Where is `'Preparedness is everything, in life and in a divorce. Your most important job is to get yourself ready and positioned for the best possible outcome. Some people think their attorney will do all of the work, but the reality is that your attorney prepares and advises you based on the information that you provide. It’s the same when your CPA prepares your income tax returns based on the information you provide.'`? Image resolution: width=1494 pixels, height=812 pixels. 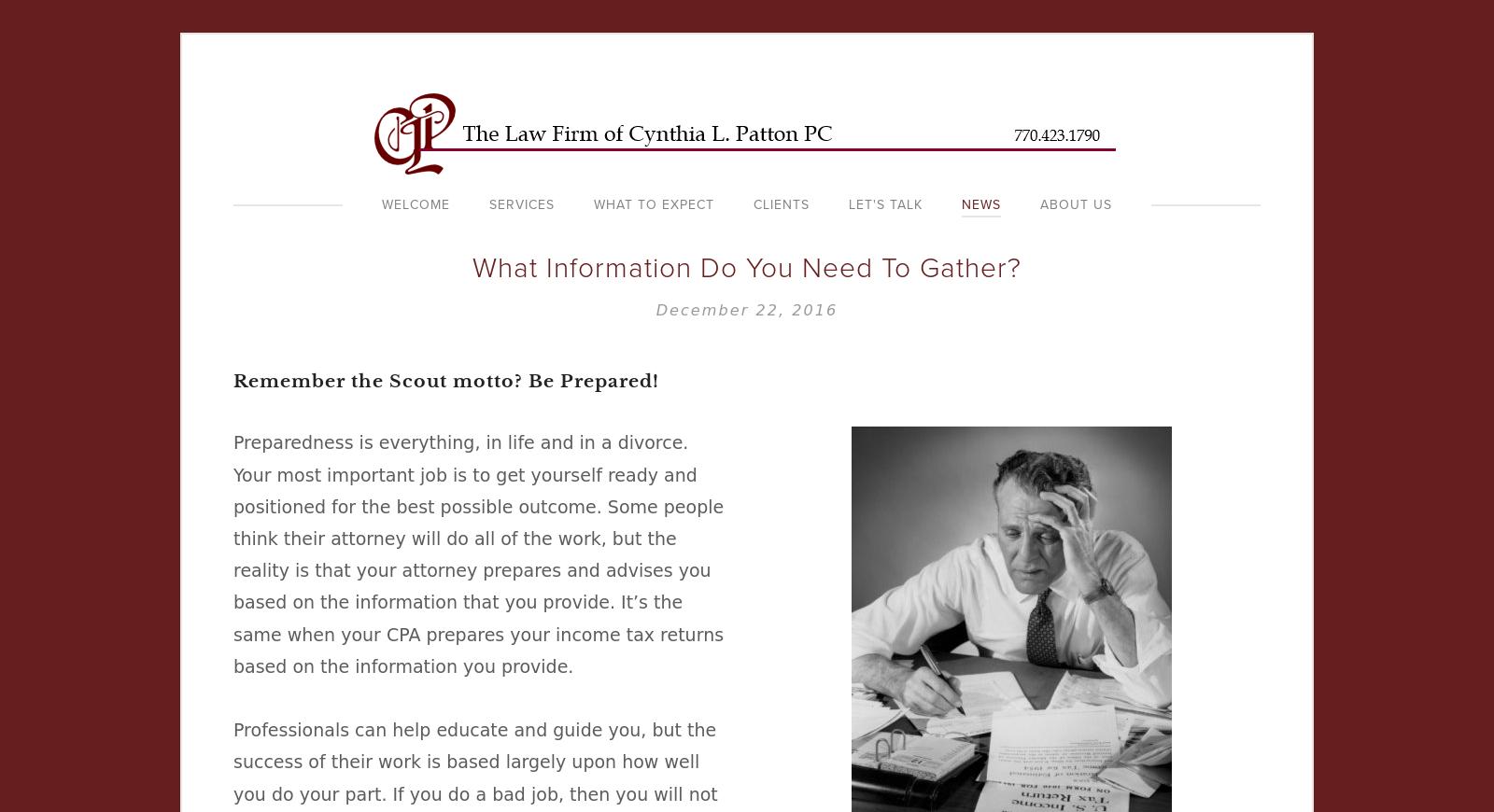
'Preparedness is everything, in life and in a divorce. Your most important job is to get yourself ready and positioned for the best possible outcome. Some people think their attorney will do all of the work, but the reality is that your attorney prepares and advises you based on the information that you provide. It’s the same when your CPA prepares your income tax returns based on the information you provide.' is located at coordinates (477, 553).